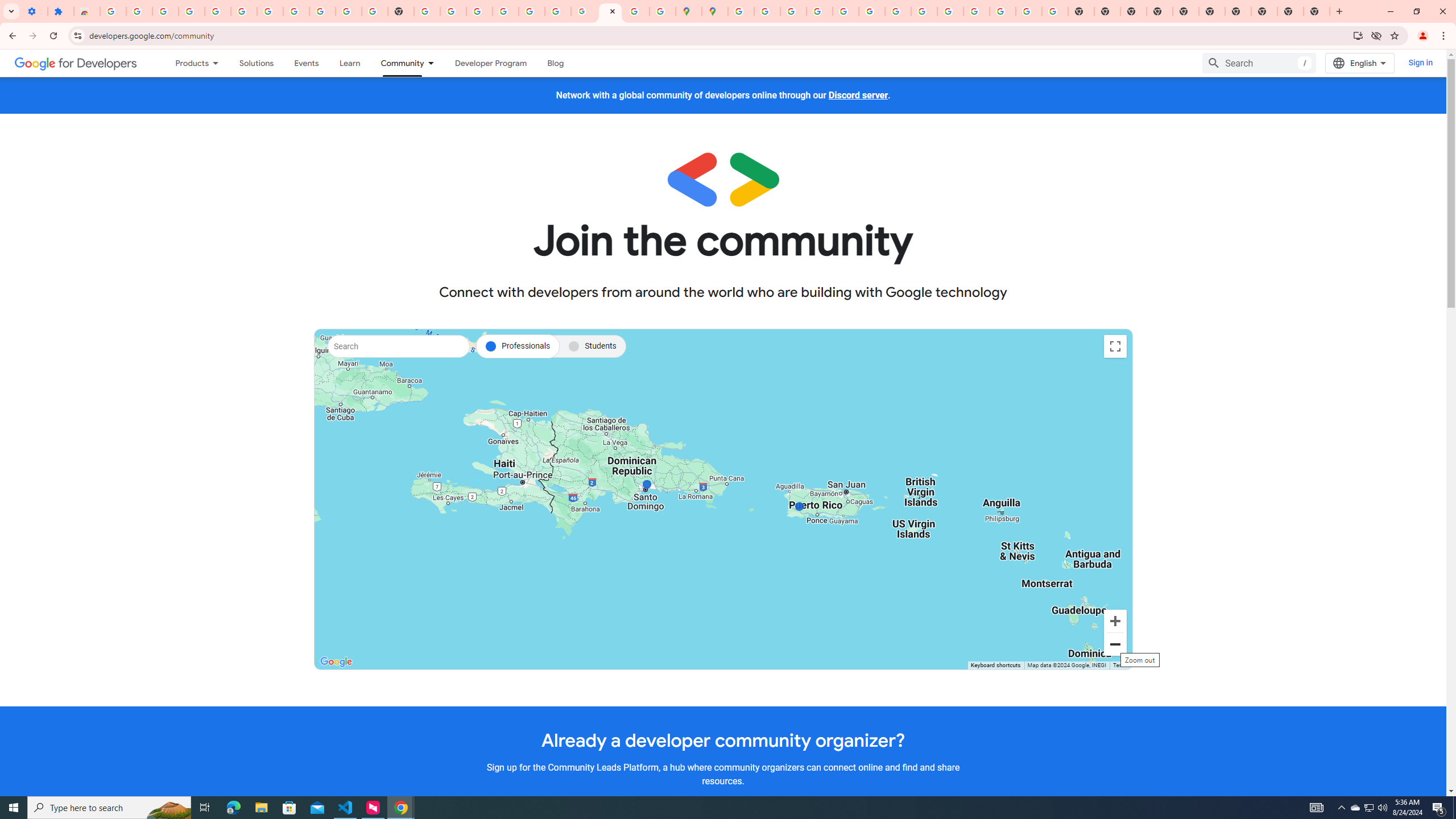  What do you see at coordinates (77, 35) in the screenshot?
I see `'View site information'` at bounding box center [77, 35].